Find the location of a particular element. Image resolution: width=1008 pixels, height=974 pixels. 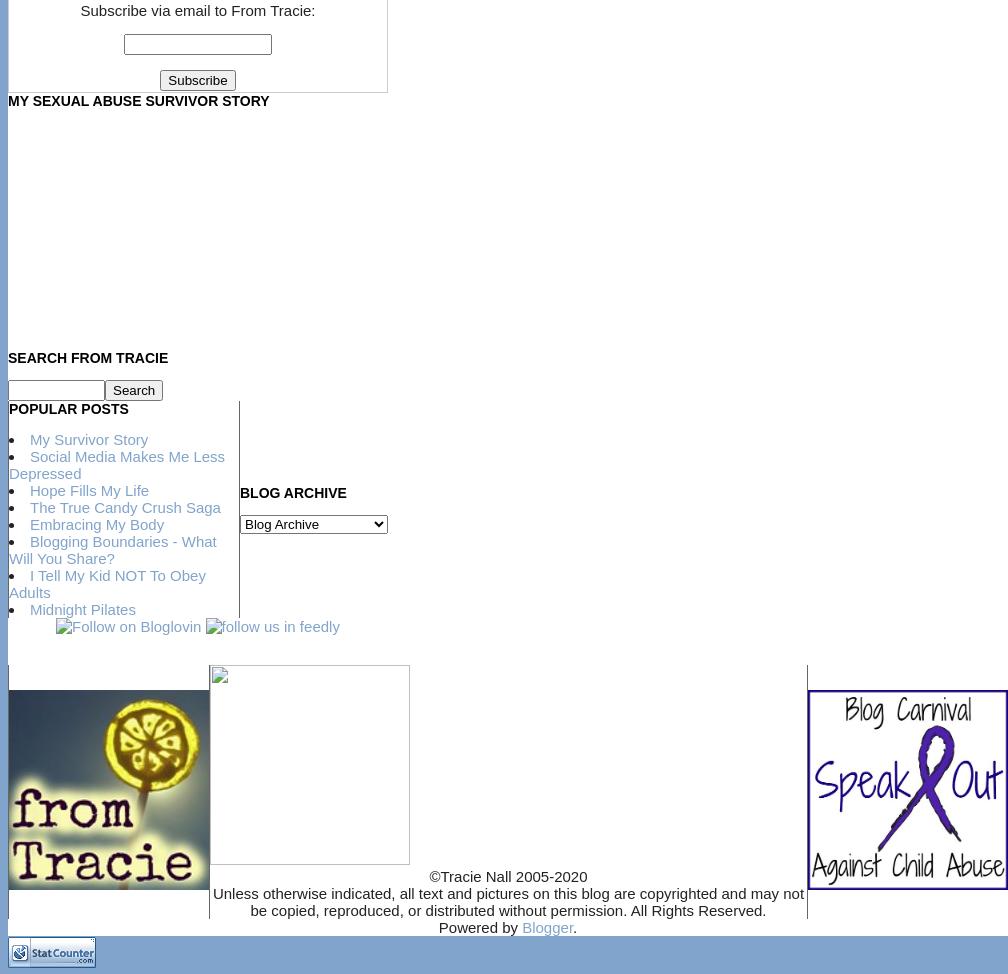

'Search From Tracie' is located at coordinates (87, 356).